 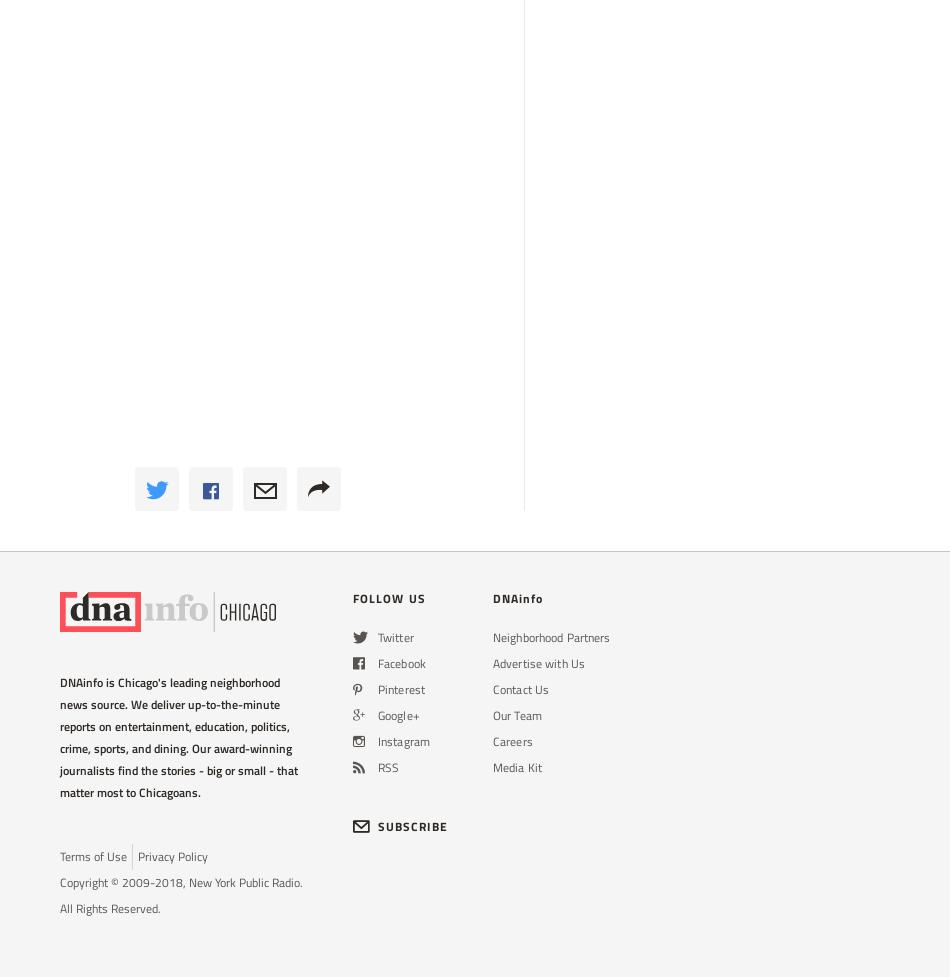 I want to click on 'Neighborhood Partners', so click(x=551, y=636).